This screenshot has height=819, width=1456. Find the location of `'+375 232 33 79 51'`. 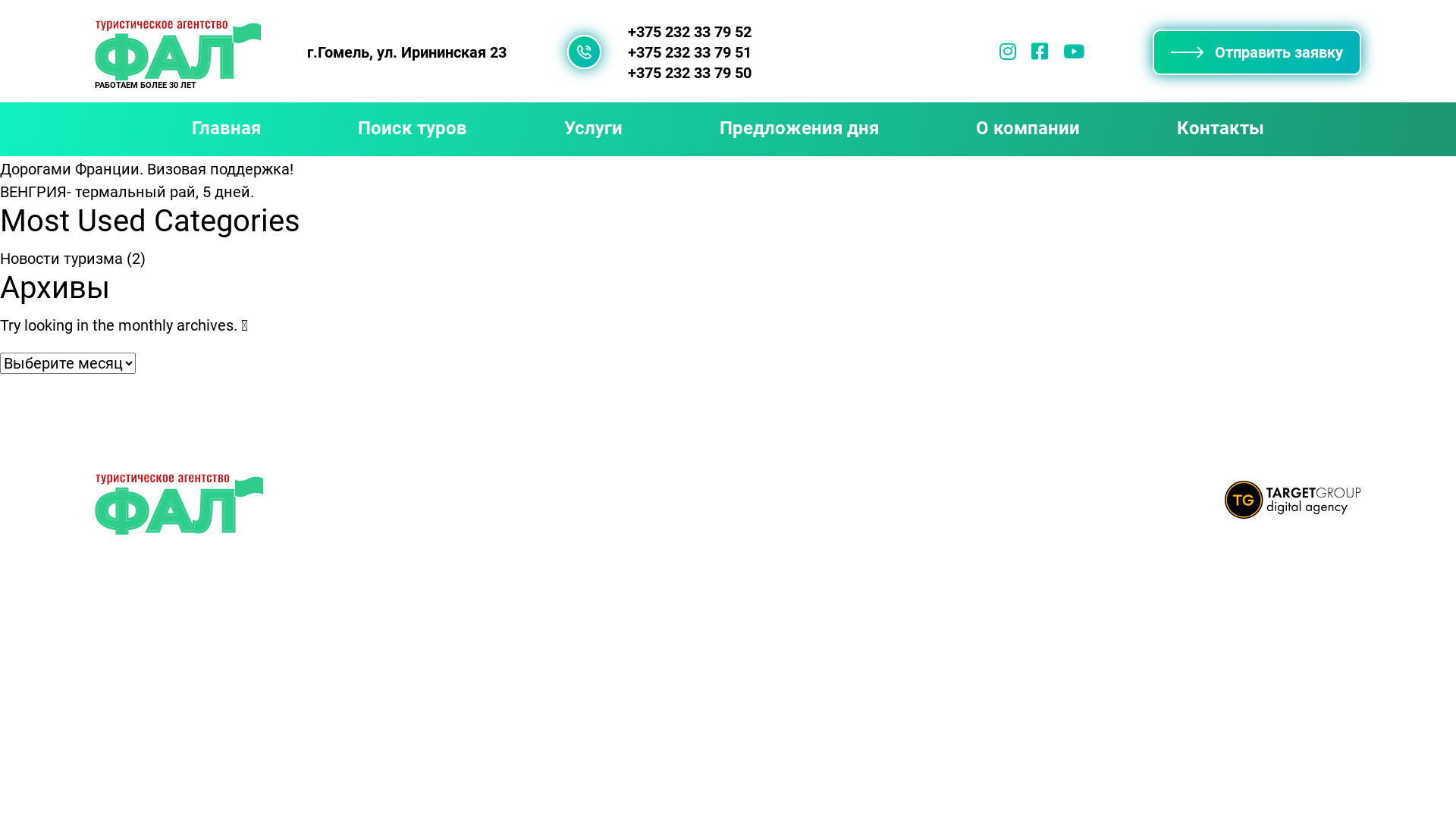

'+375 232 33 79 51' is located at coordinates (689, 52).